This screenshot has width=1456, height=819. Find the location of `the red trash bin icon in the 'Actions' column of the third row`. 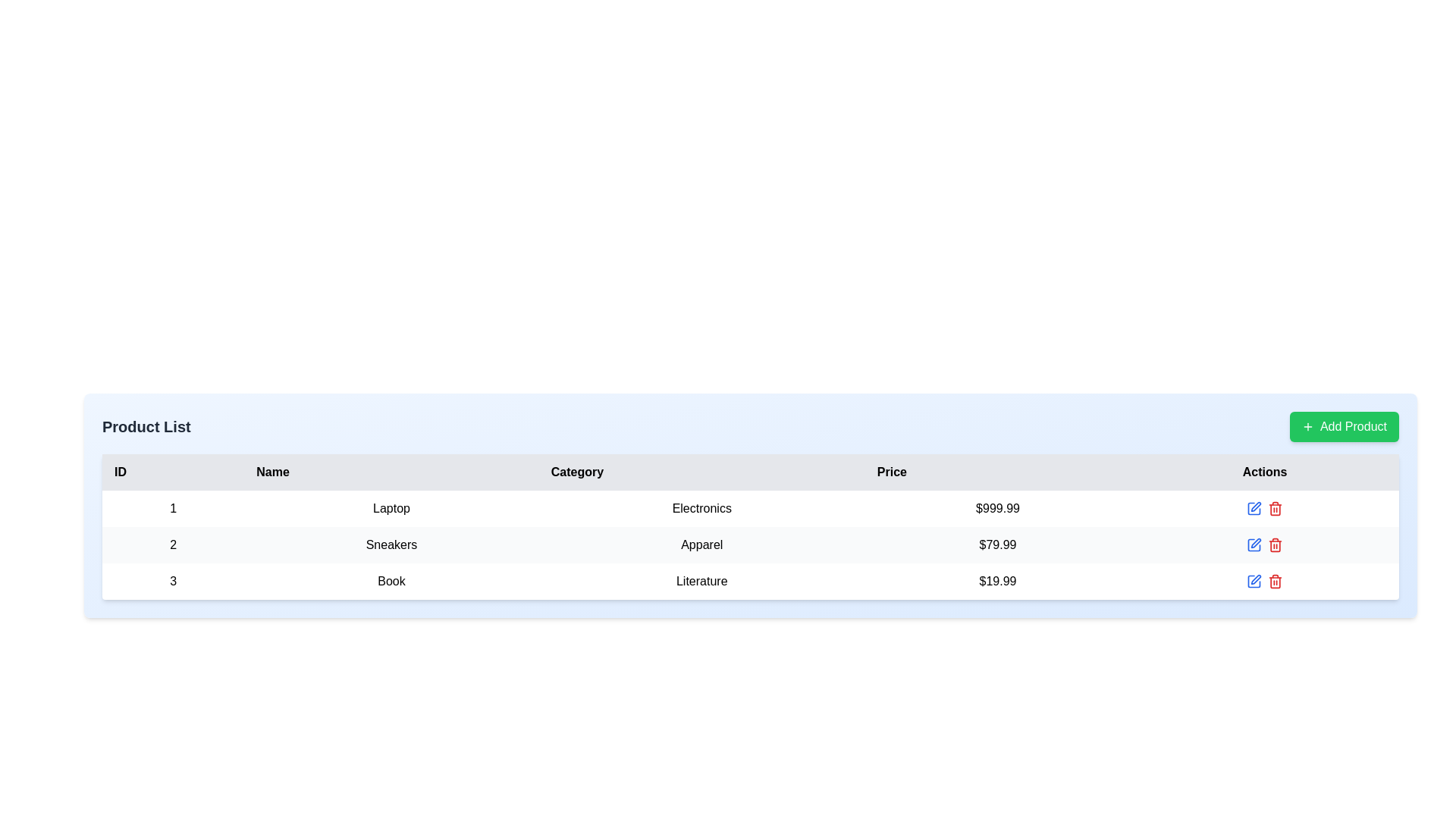

the red trash bin icon in the 'Actions' column of the third row is located at coordinates (1275, 581).